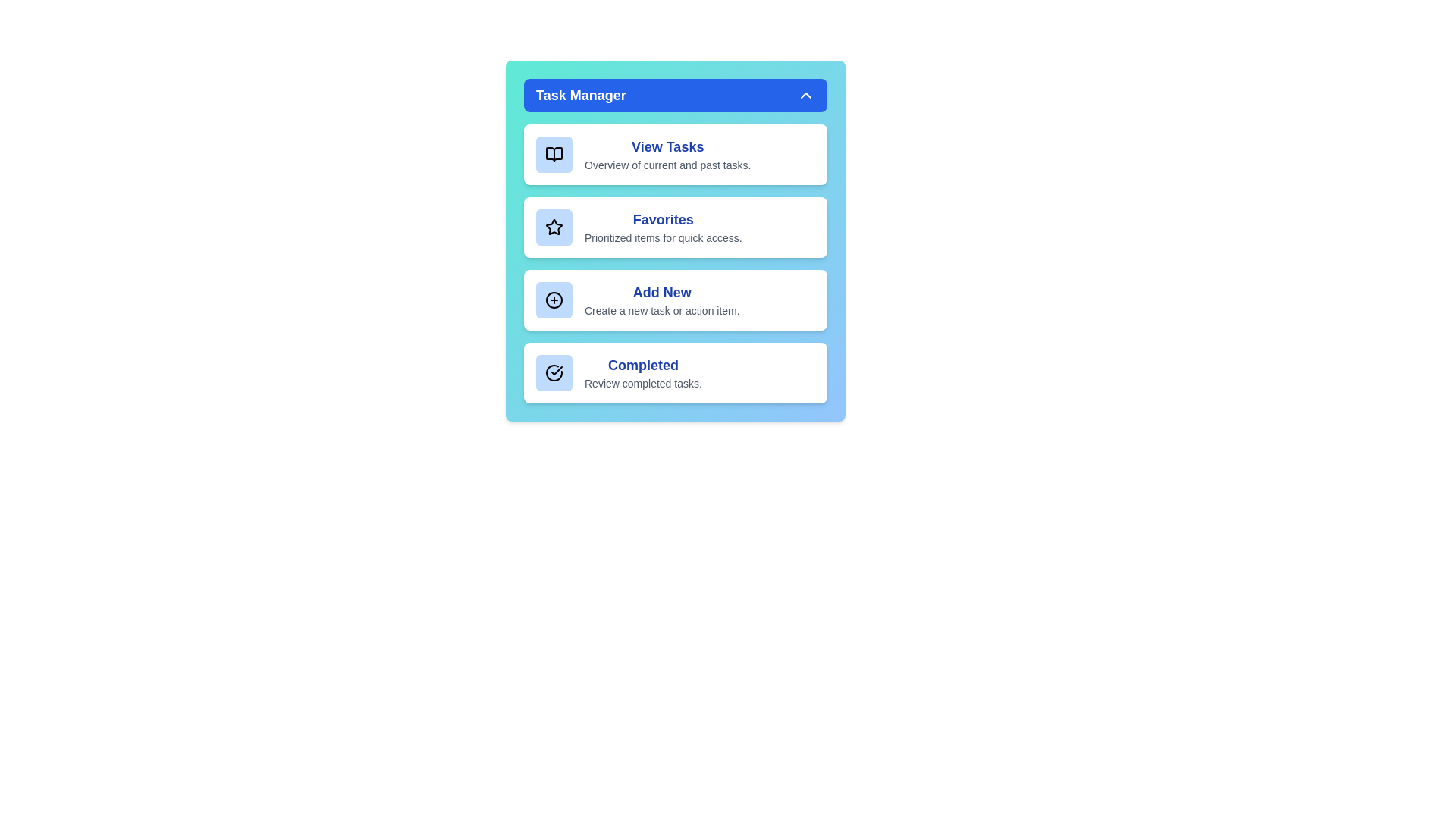 This screenshot has width=1456, height=819. What do you see at coordinates (553, 300) in the screenshot?
I see `the icon associated with the Add New list item` at bounding box center [553, 300].